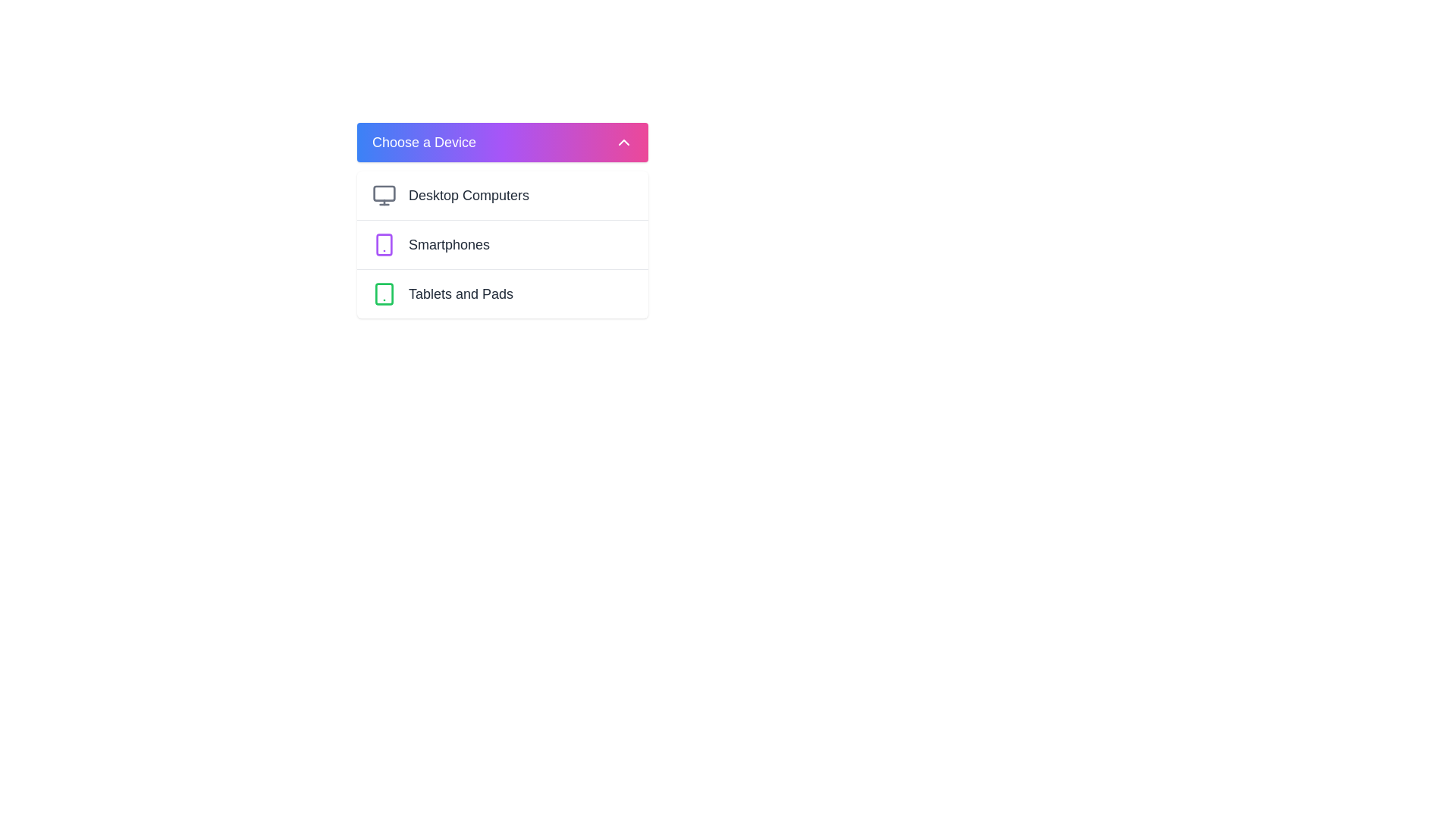  What do you see at coordinates (384, 294) in the screenshot?
I see `the decorative graphic in the 'Tablets and Pads' icon, located in the third row under 'Choose a Device.'` at bounding box center [384, 294].